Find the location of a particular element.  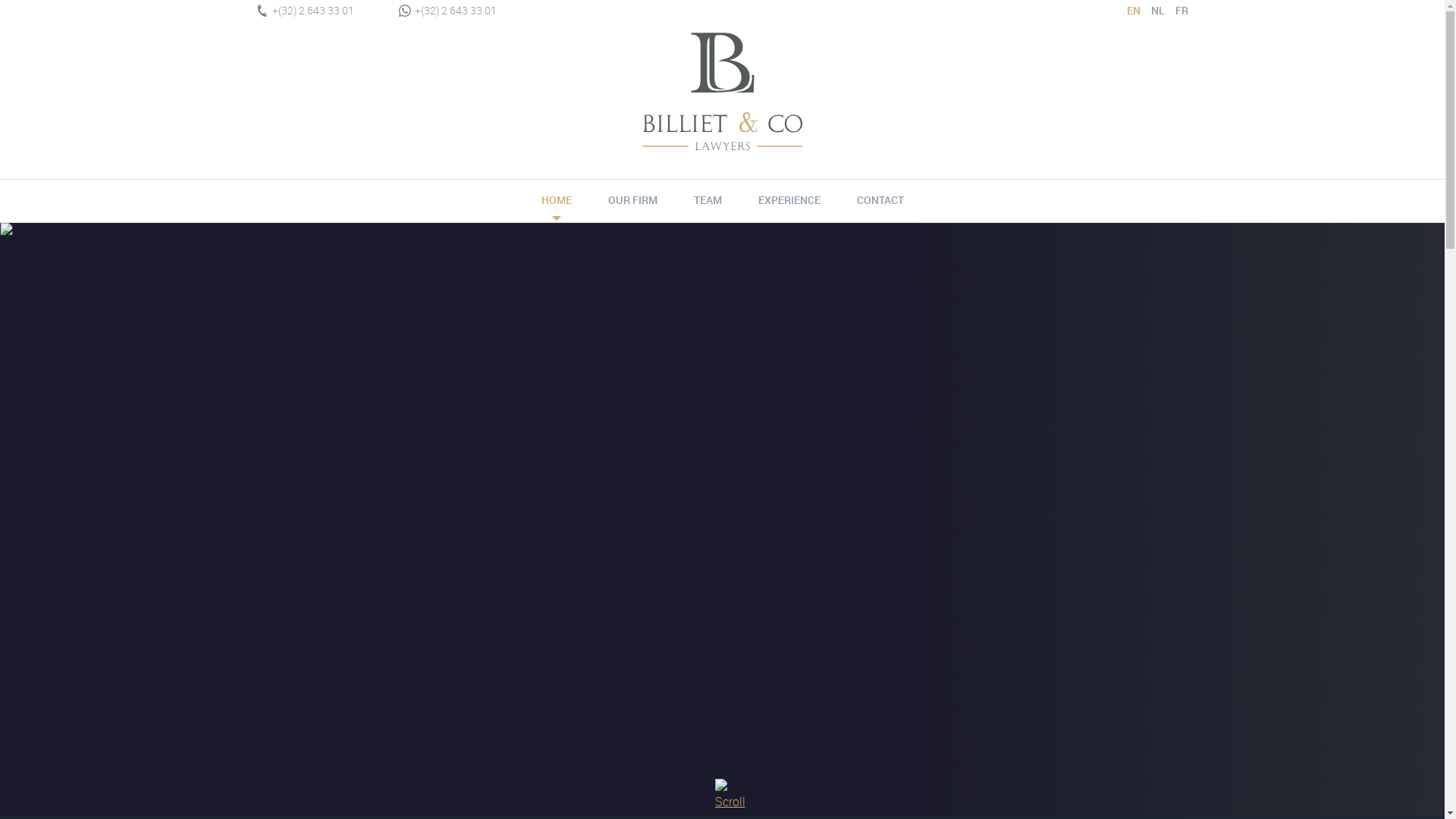

'HOME' is located at coordinates (524, 199).